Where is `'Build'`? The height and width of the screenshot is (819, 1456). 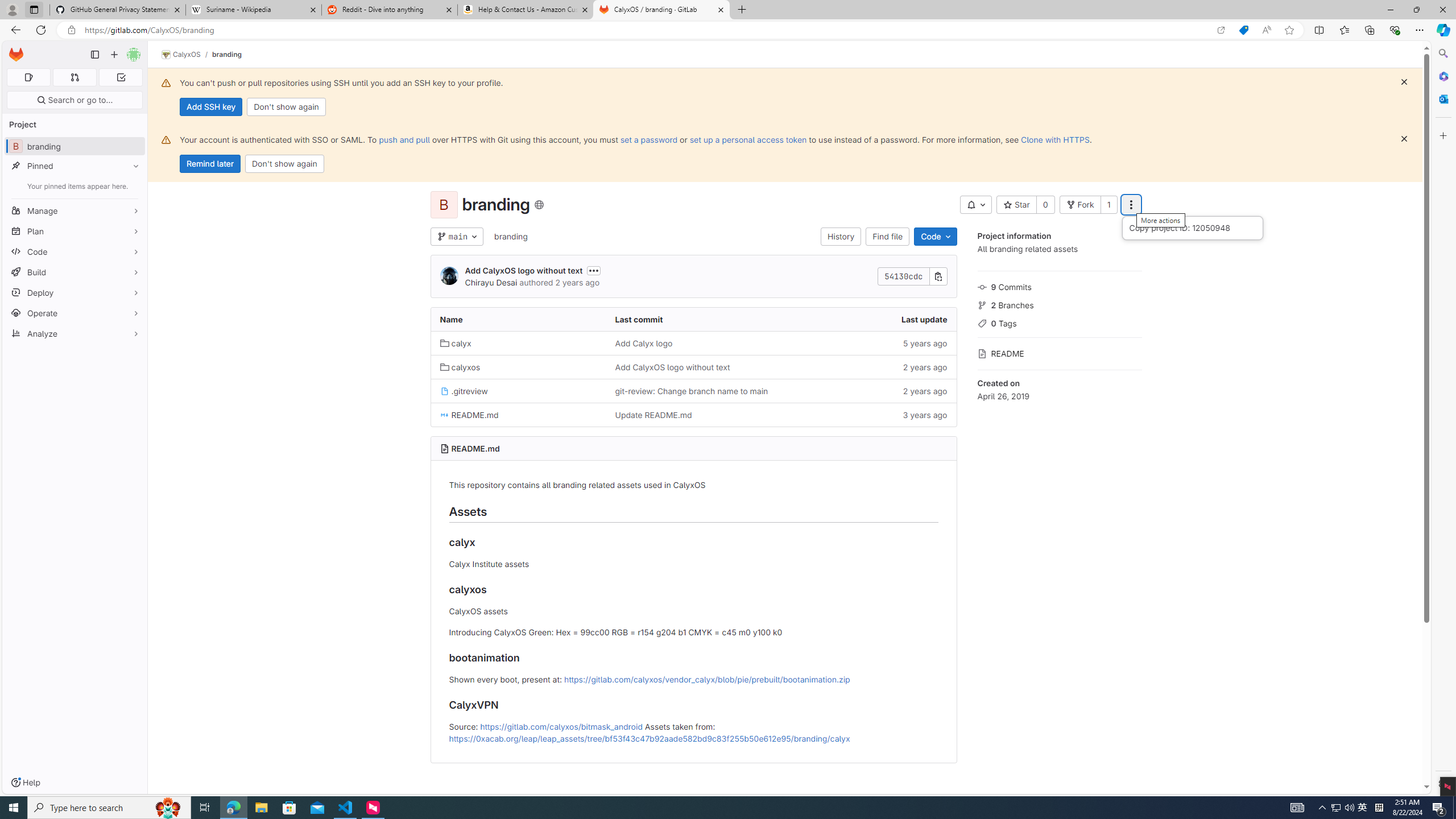
'Build' is located at coordinates (74, 272).